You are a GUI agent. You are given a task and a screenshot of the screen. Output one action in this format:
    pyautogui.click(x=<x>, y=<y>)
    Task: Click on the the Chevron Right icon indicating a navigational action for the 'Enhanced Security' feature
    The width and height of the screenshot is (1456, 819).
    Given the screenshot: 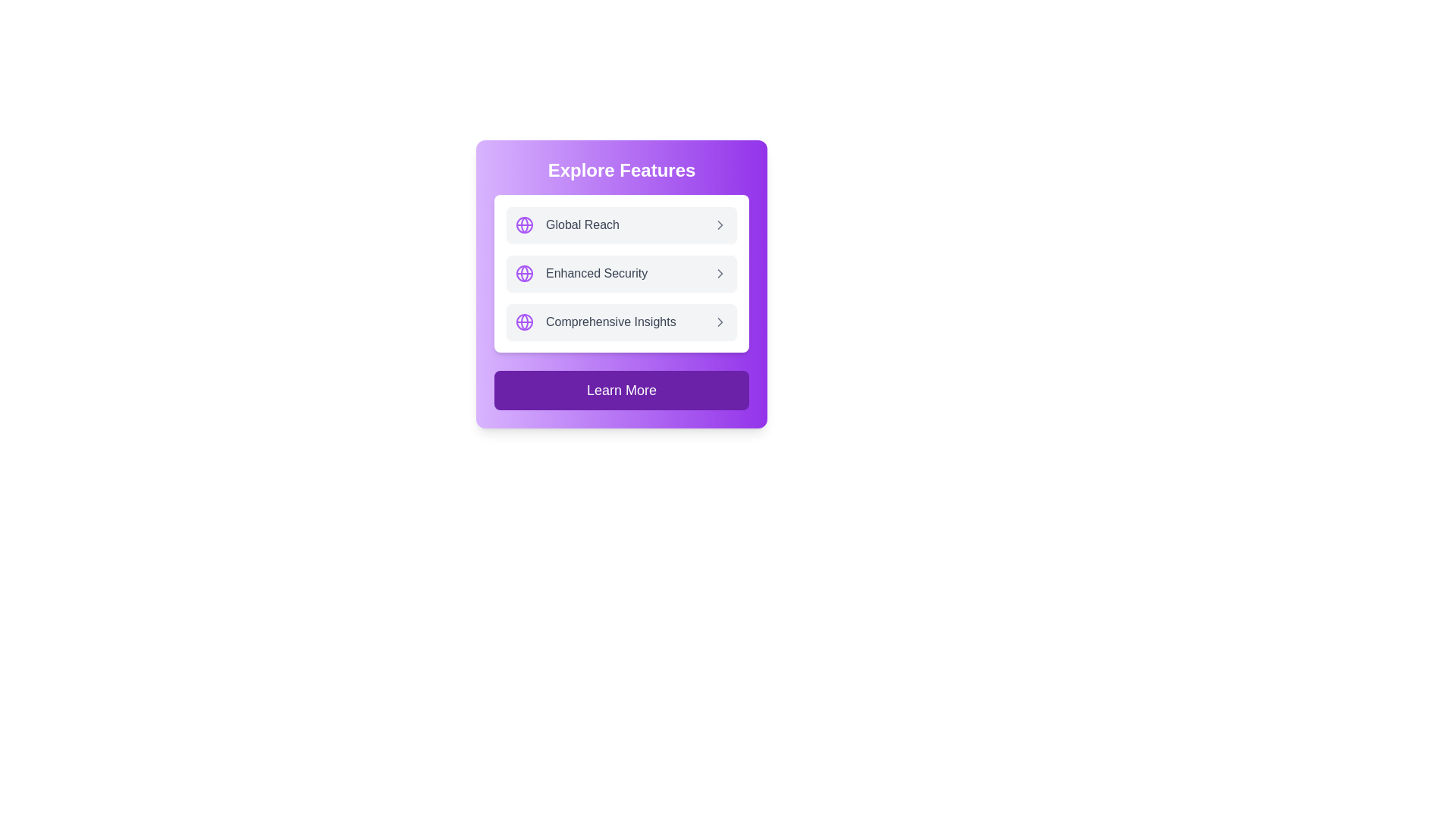 What is the action you would take?
    pyautogui.click(x=720, y=274)
    